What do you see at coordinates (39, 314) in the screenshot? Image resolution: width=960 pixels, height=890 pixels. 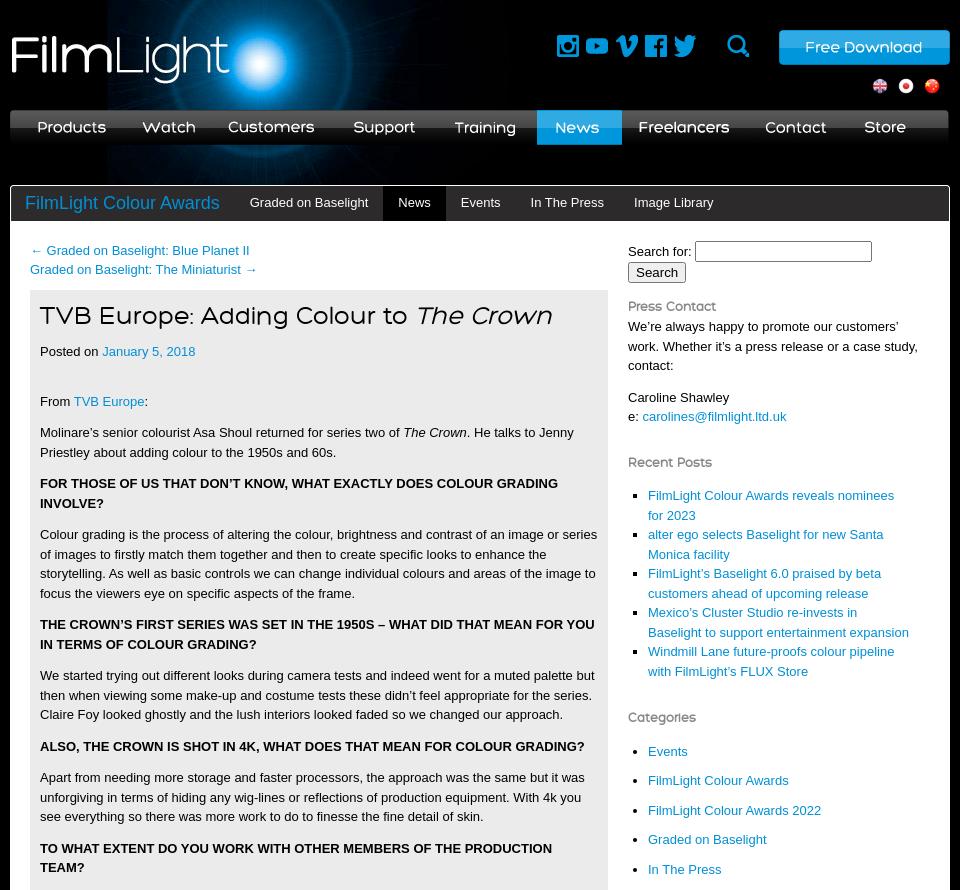 I see `'TVB Europe: Adding Colour to'` at bounding box center [39, 314].